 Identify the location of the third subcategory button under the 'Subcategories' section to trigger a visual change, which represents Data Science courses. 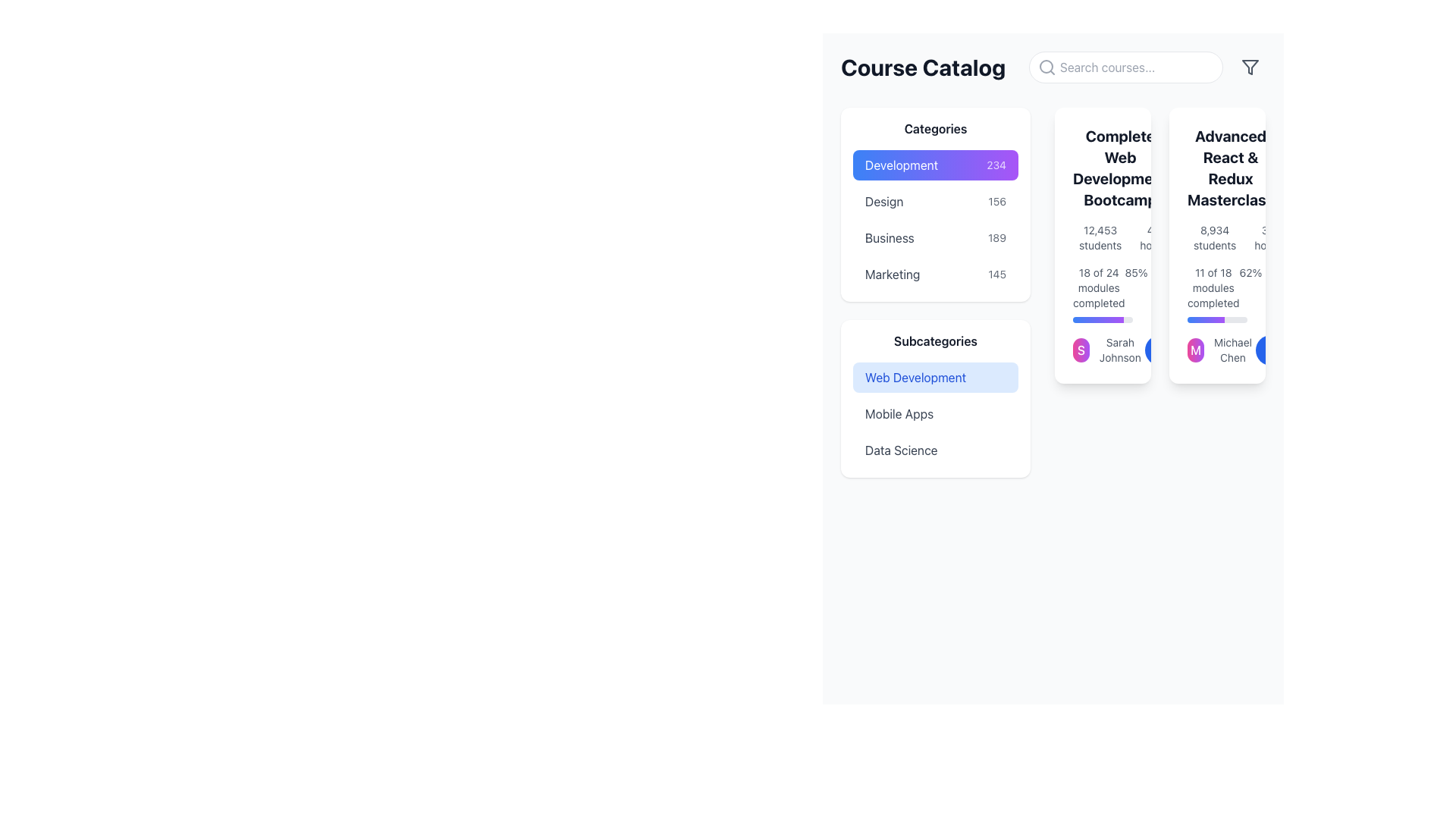
(934, 450).